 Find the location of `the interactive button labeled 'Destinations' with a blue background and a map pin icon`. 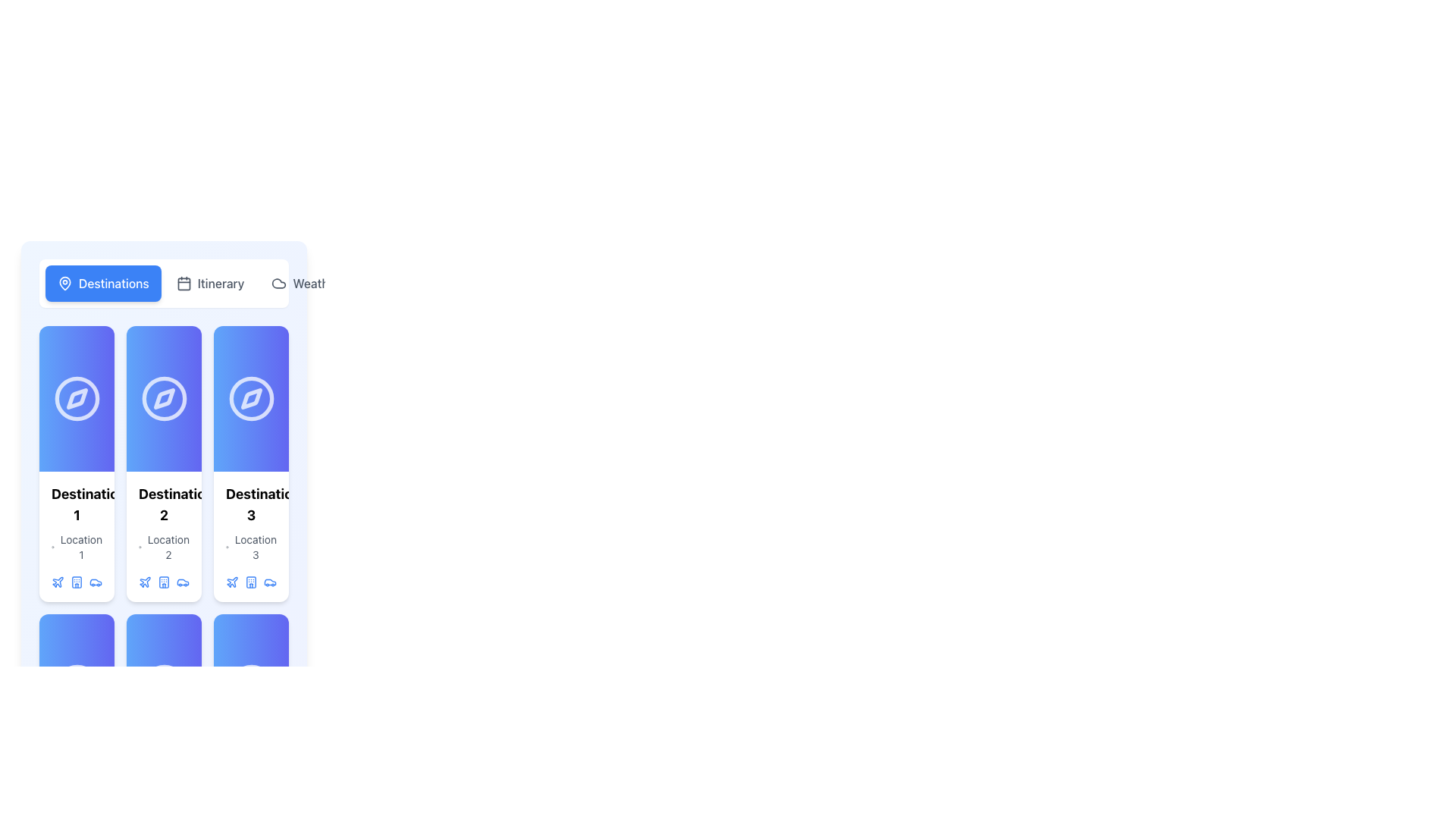

the interactive button labeled 'Destinations' with a blue background and a map pin icon is located at coordinates (102, 284).